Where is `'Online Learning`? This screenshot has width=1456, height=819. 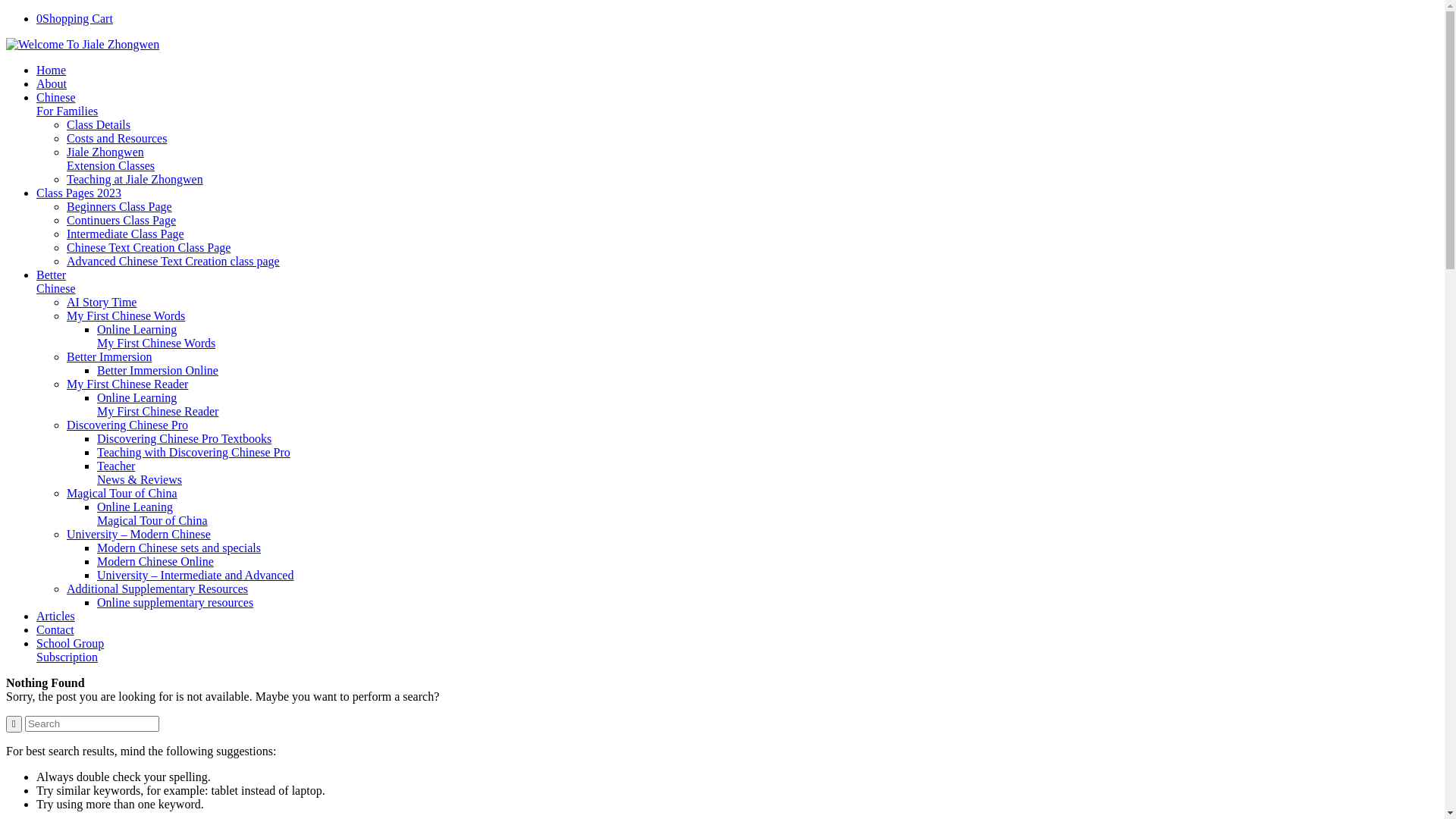
'Online Learning is located at coordinates (157, 403).